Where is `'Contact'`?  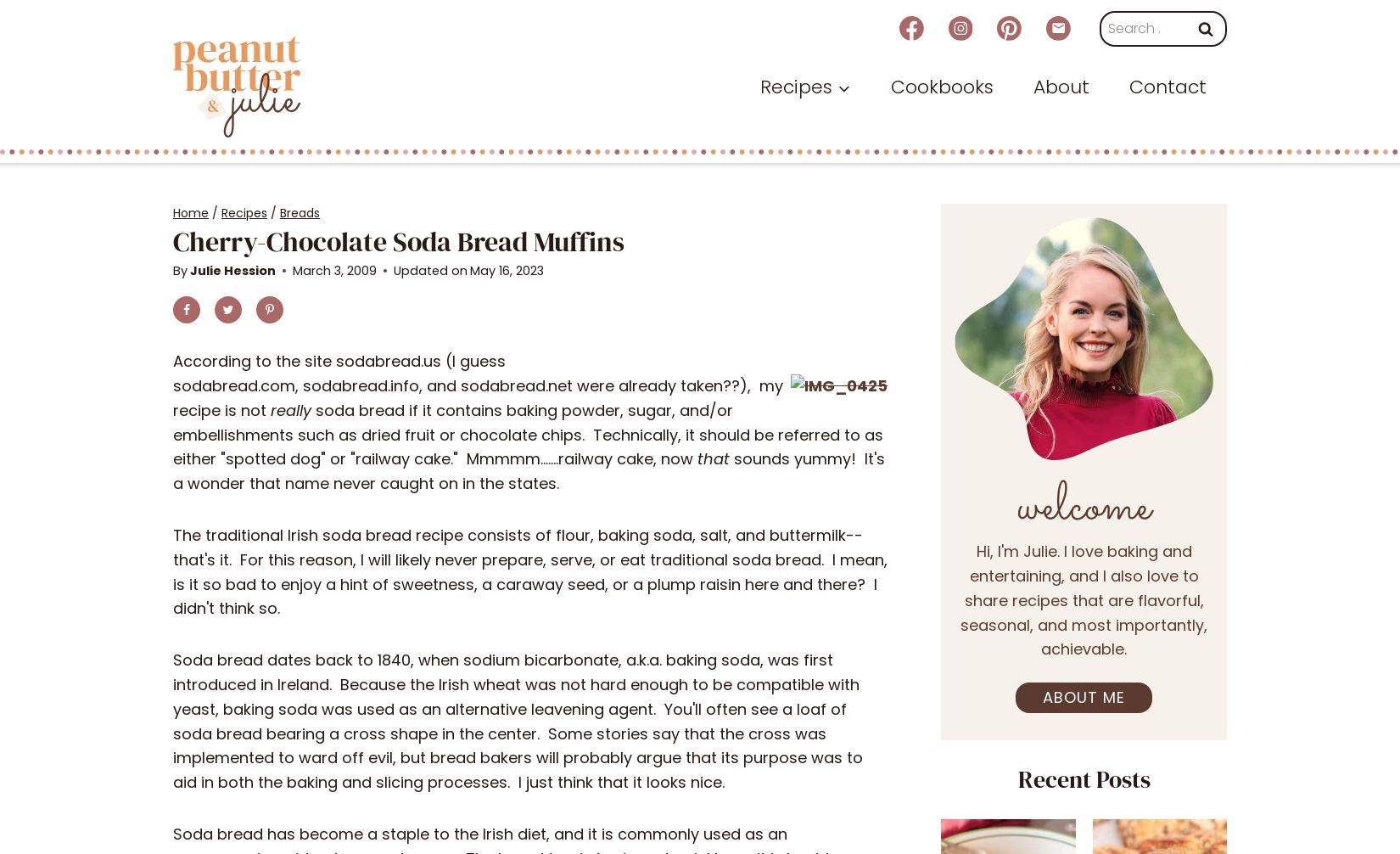
'Contact' is located at coordinates (1128, 86).